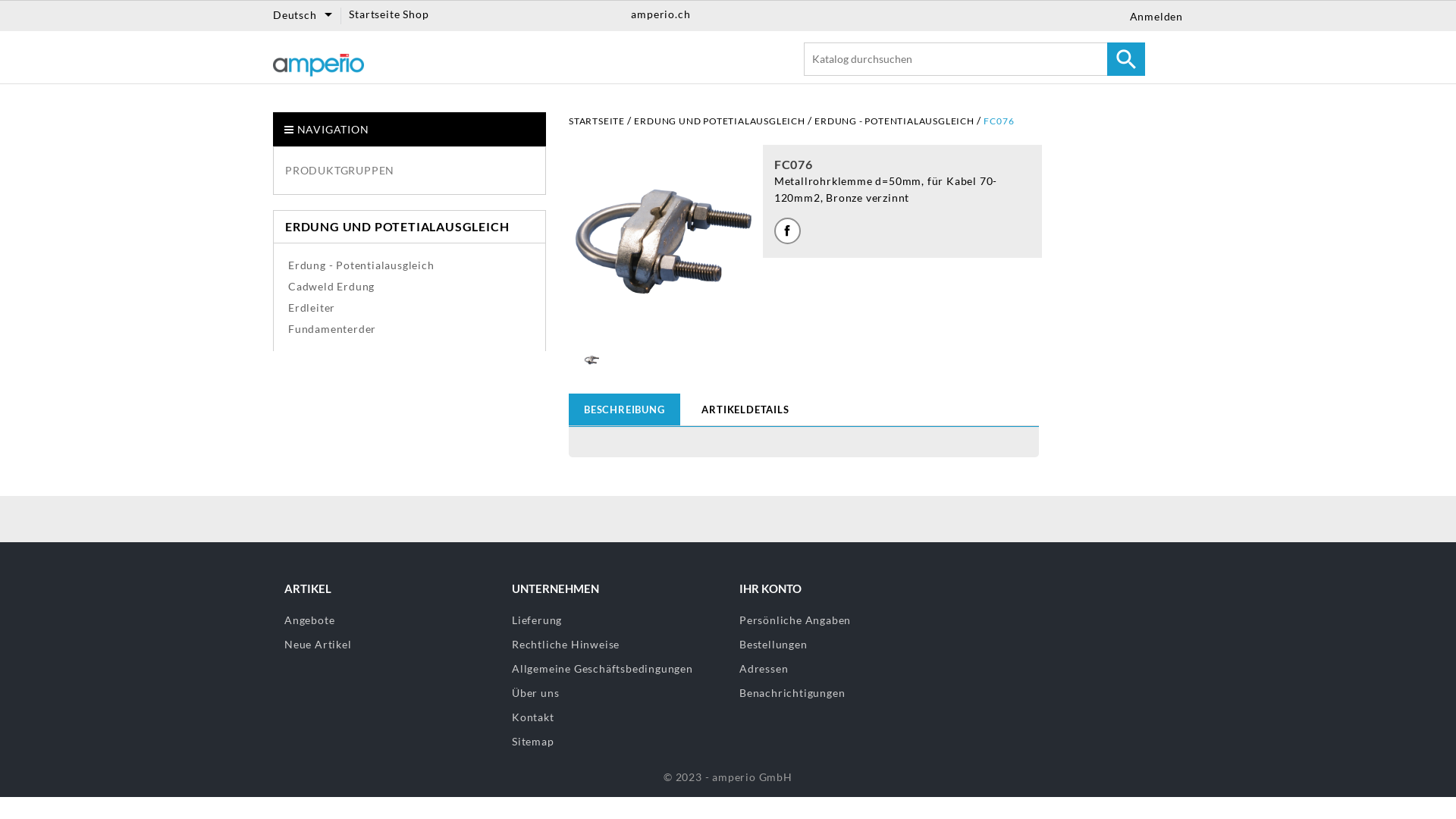 The width and height of the screenshot is (1456, 819). I want to click on 'IHR KONTO', so click(739, 587).